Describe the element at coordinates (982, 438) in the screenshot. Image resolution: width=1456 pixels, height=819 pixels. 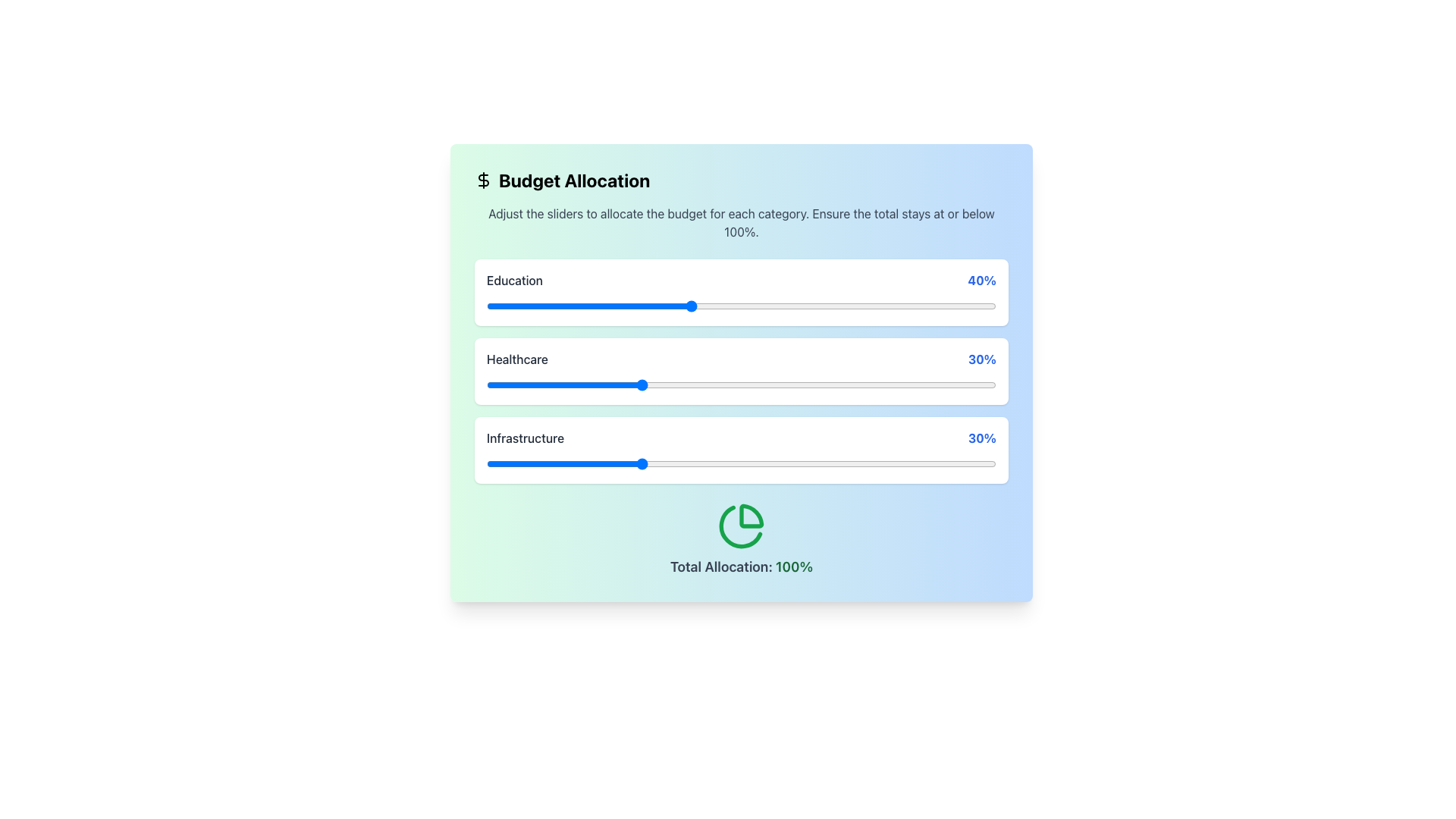
I see `text content of the Text label that shows the allocated percentage value for the 'Infrastructure' category in the budget allocation interface, located at the far-right edge of the 'Infrastructure' row` at that location.